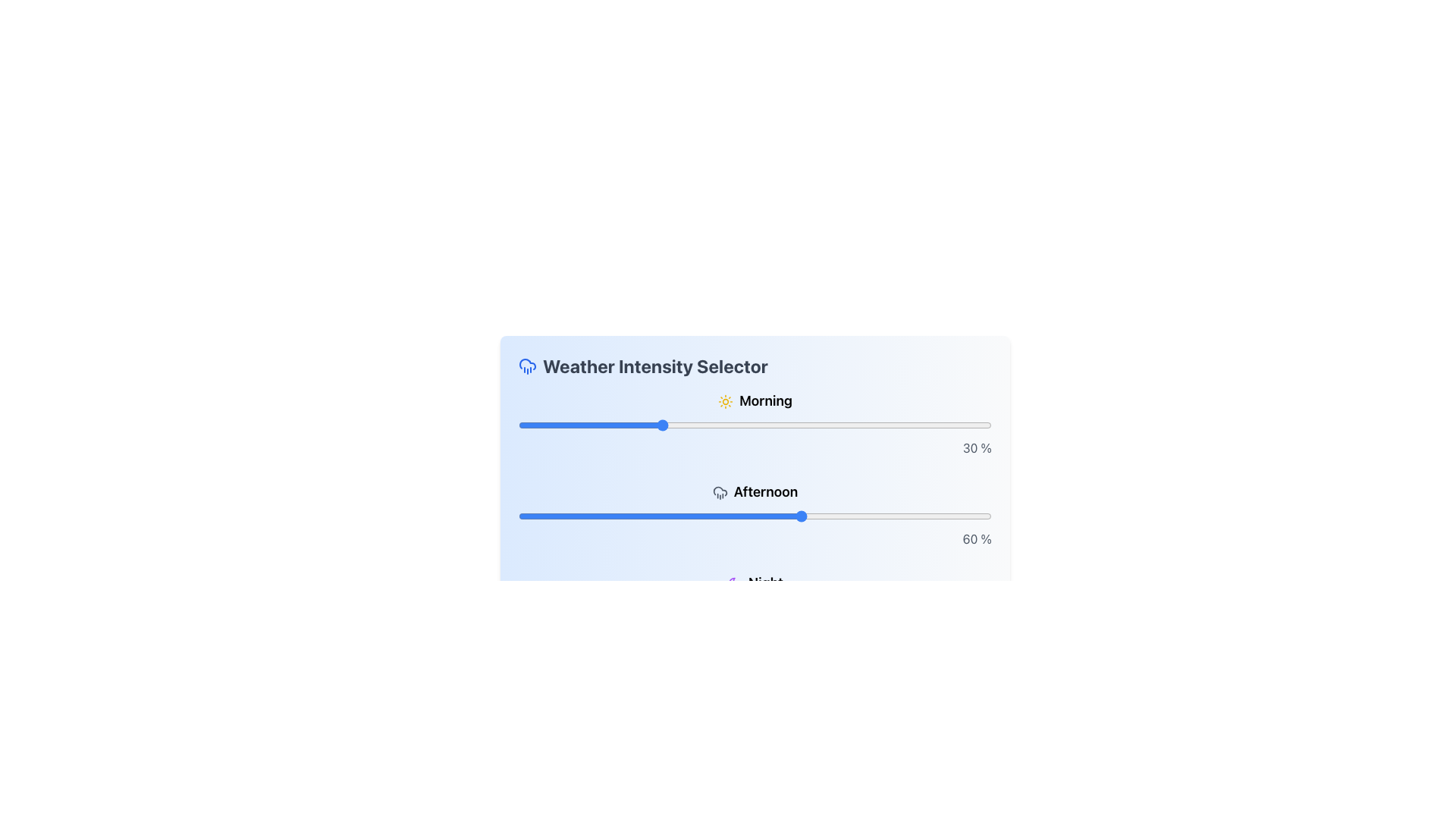 This screenshot has width=1456, height=819. What do you see at coordinates (679, 607) in the screenshot?
I see `the slider` at bounding box center [679, 607].